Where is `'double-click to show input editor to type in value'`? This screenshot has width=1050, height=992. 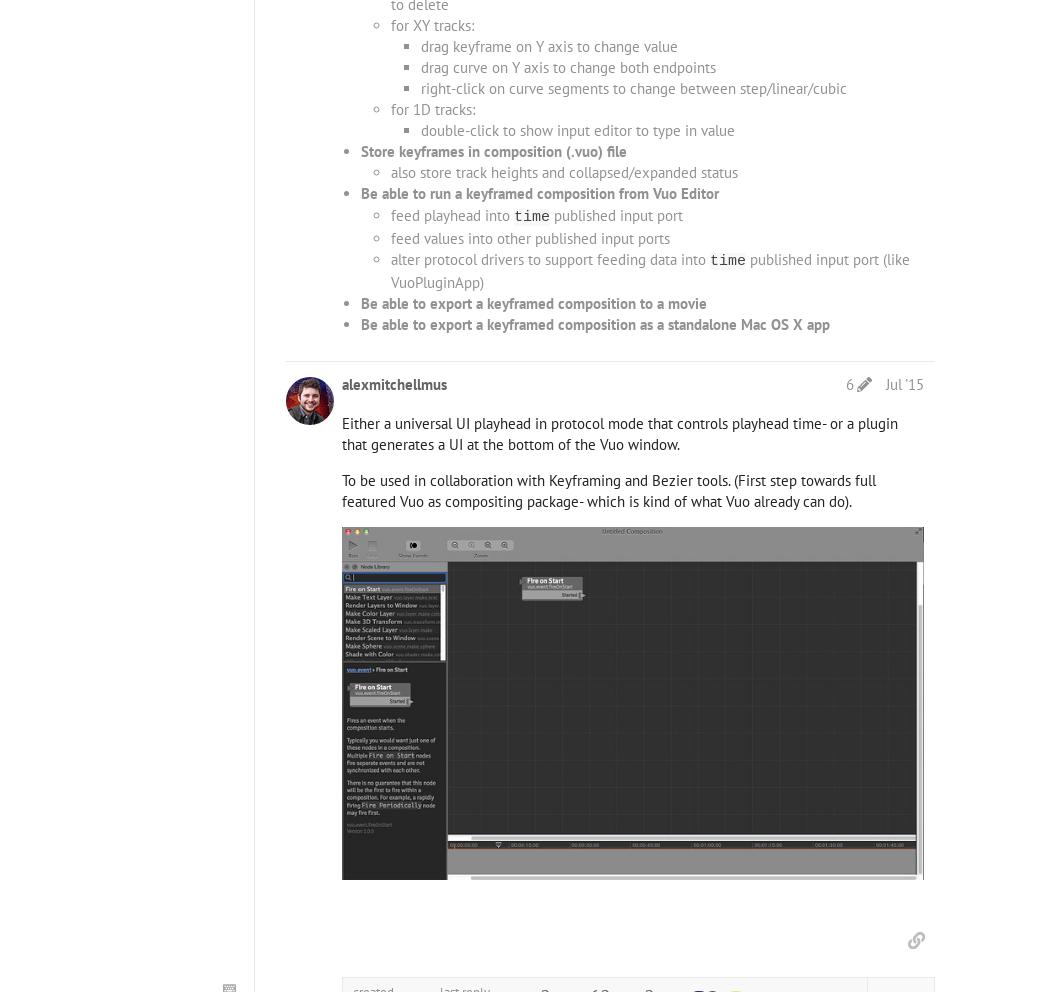
'double-click to show input editor to type in value' is located at coordinates (575, 130).